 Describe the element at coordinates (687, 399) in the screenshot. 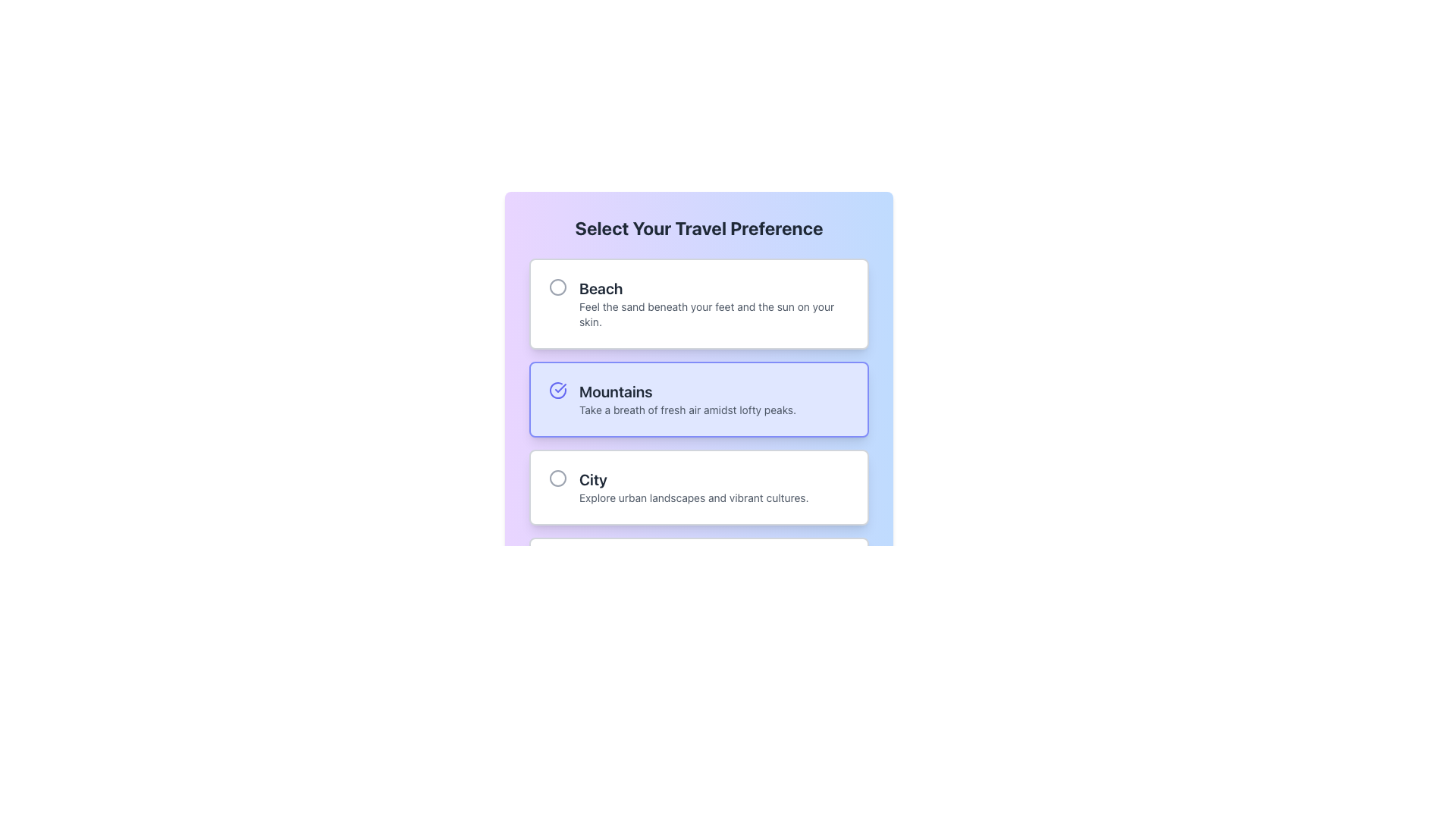

I see `the text block titled 'Mountains' which is prominently styled with a bold font and contains a description underneath` at that location.